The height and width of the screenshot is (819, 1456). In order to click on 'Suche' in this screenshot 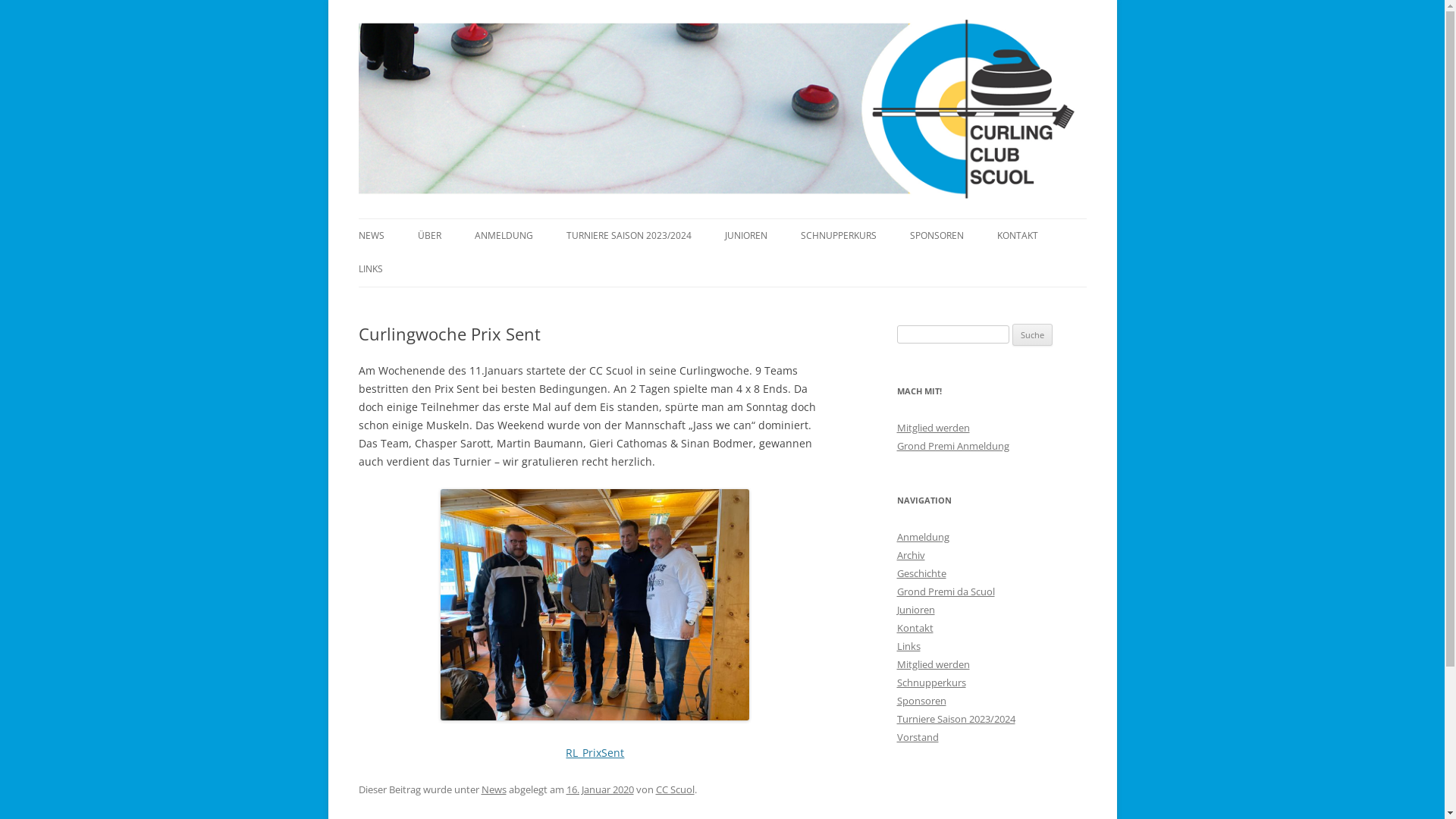, I will do `click(1031, 334)`.